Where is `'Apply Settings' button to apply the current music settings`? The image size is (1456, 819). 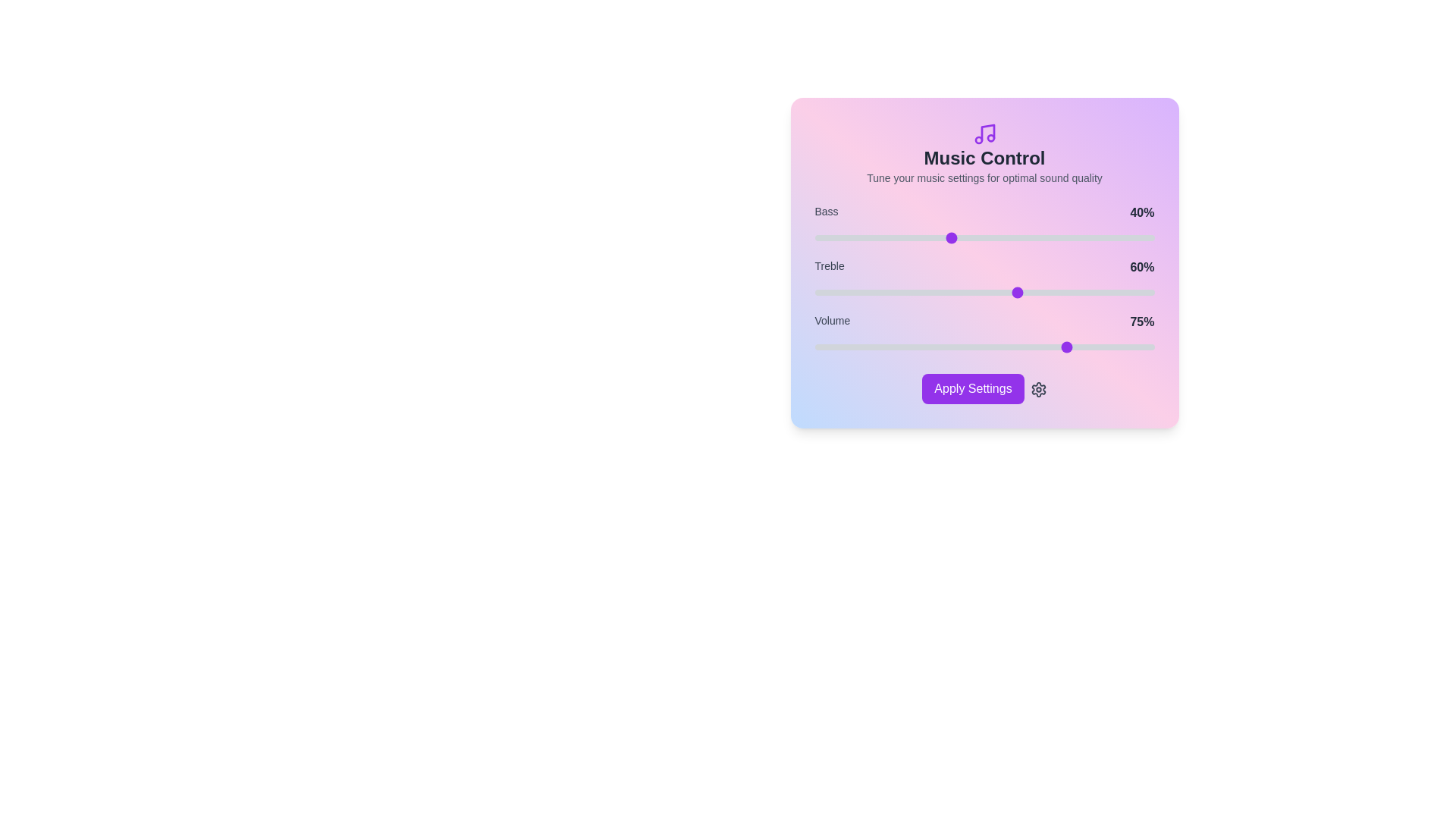 'Apply Settings' button to apply the current music settings is located at coordinates (973, 388).